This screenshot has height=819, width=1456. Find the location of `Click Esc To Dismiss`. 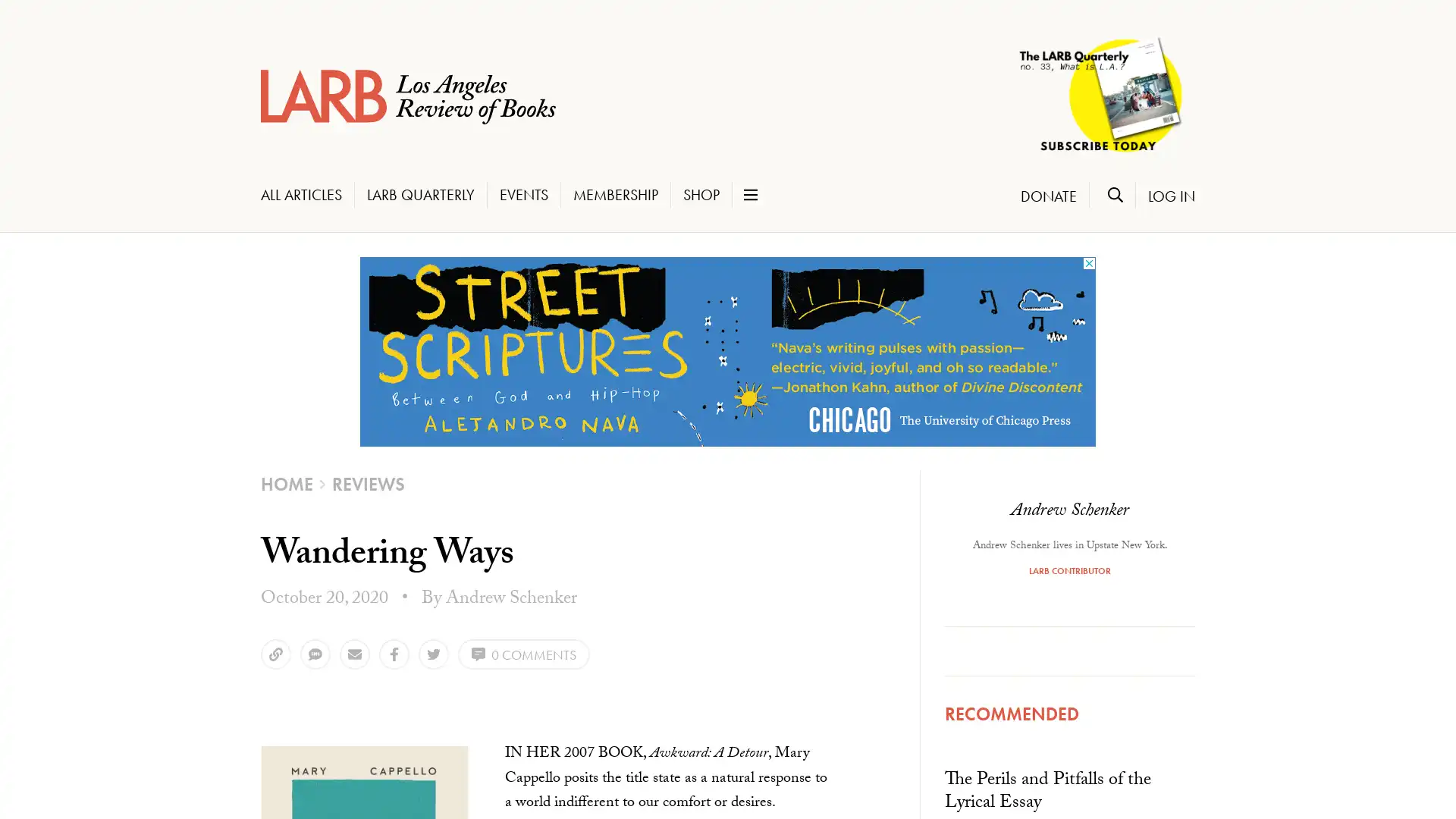

Click Esc To Dismiss is located at coordinates (72, 752).